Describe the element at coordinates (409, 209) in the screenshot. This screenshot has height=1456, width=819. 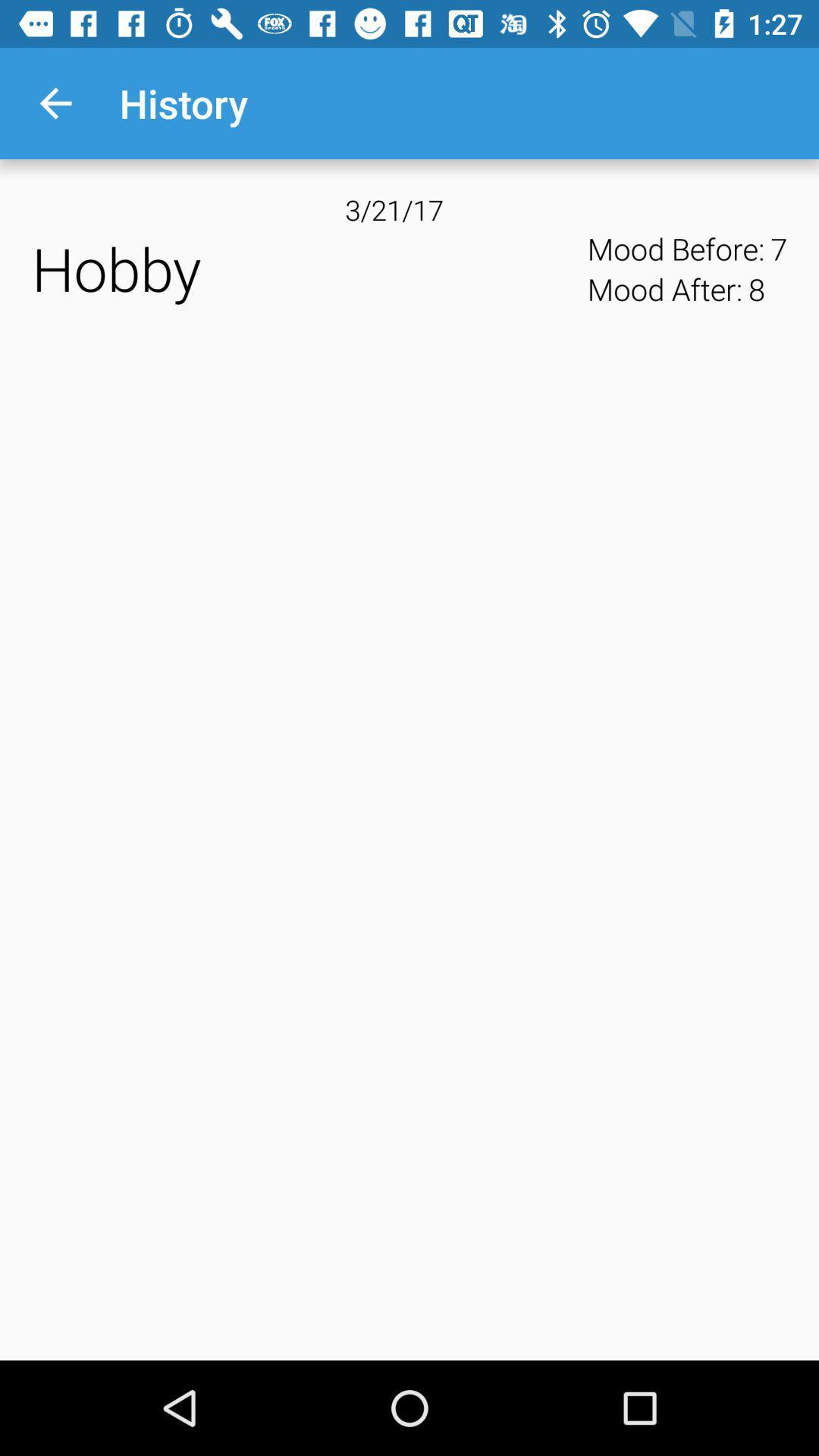
I see `the 3/21/17` at that location.